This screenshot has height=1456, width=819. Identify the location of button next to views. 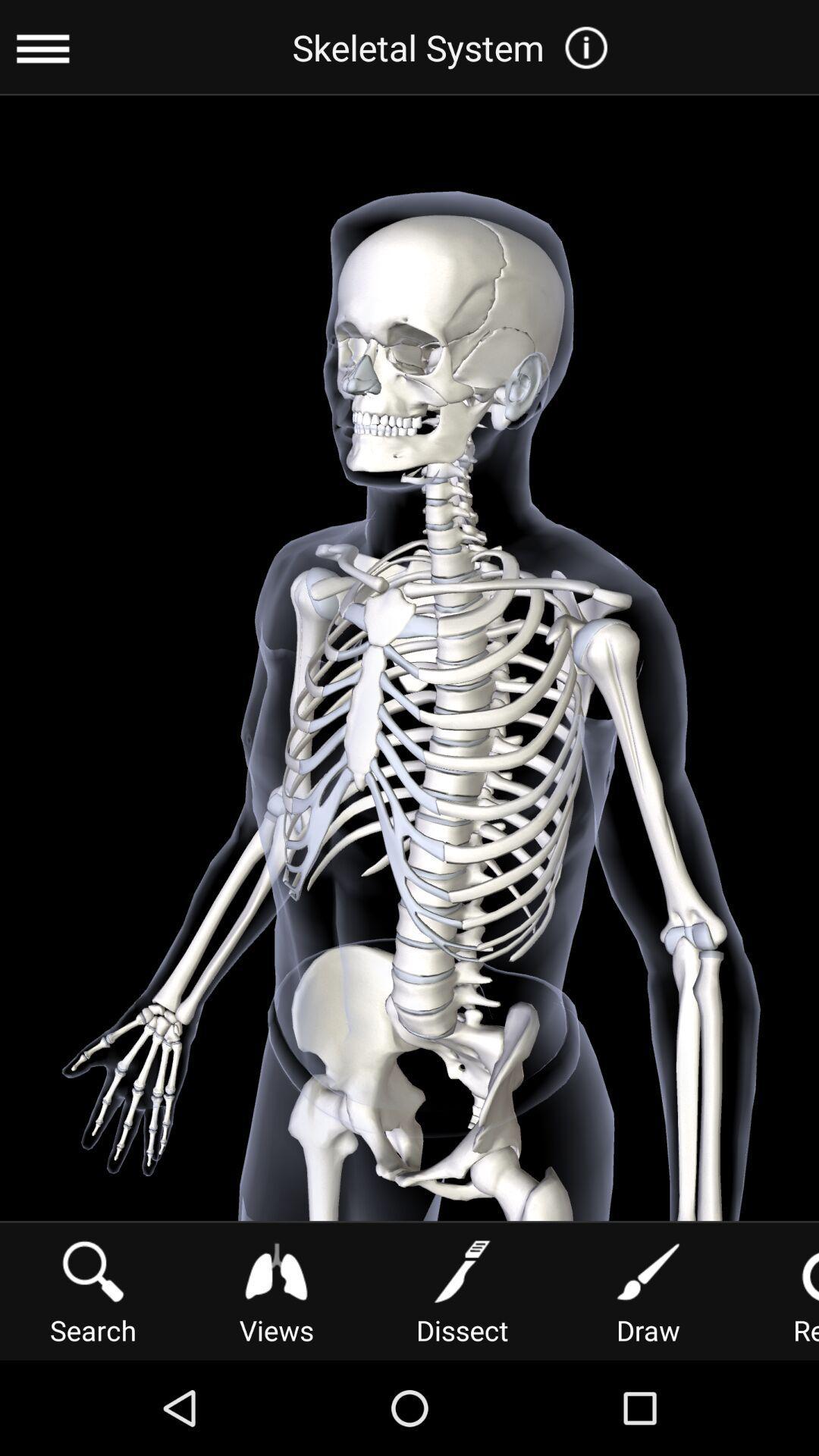
(93, 1289).